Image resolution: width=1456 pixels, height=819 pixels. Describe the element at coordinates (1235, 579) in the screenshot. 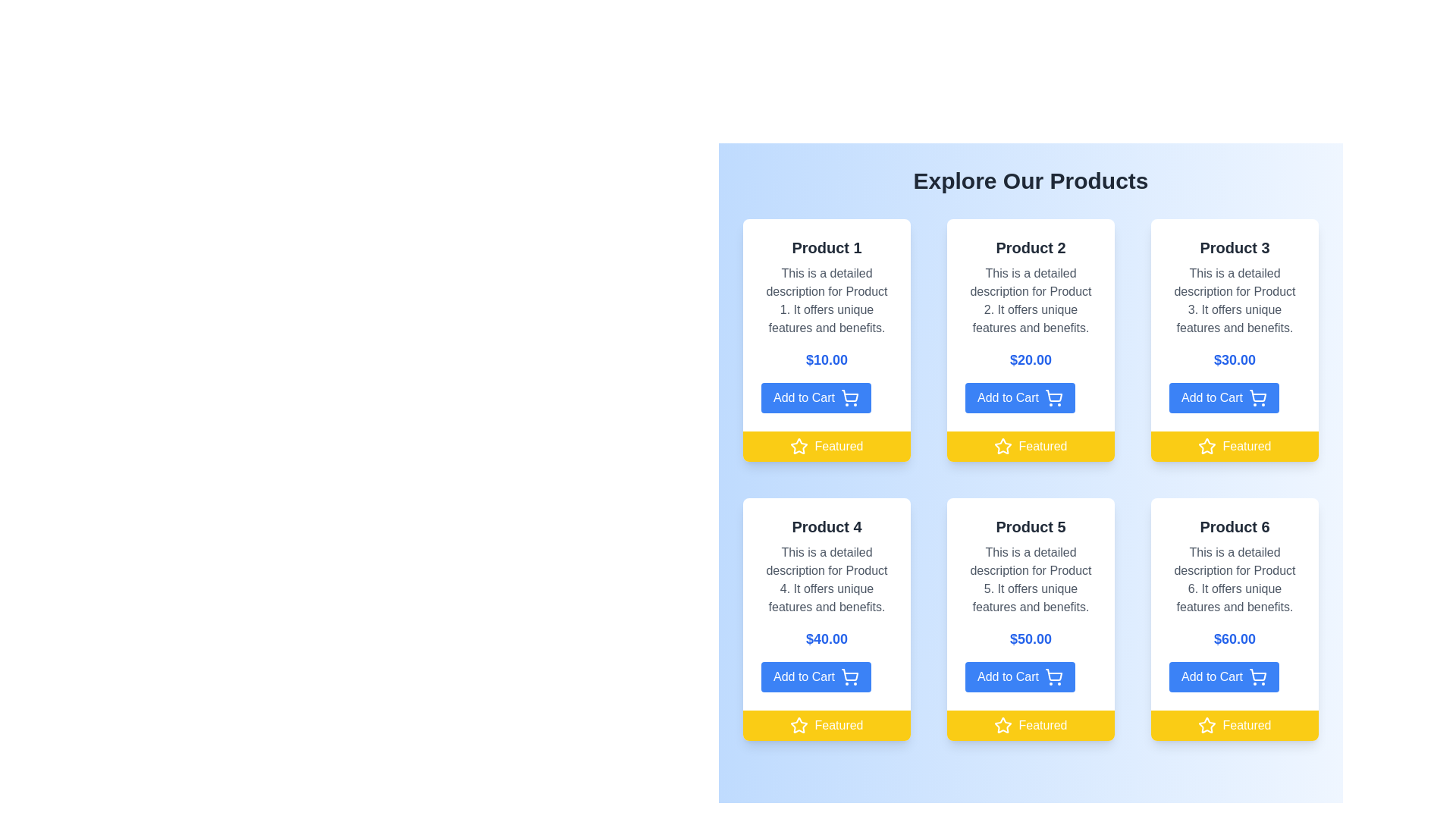

I see `the text block containing the description 'This is a detailed description for Product 6.' which is styled in gray and centrally aligned within the product information card` at that location.